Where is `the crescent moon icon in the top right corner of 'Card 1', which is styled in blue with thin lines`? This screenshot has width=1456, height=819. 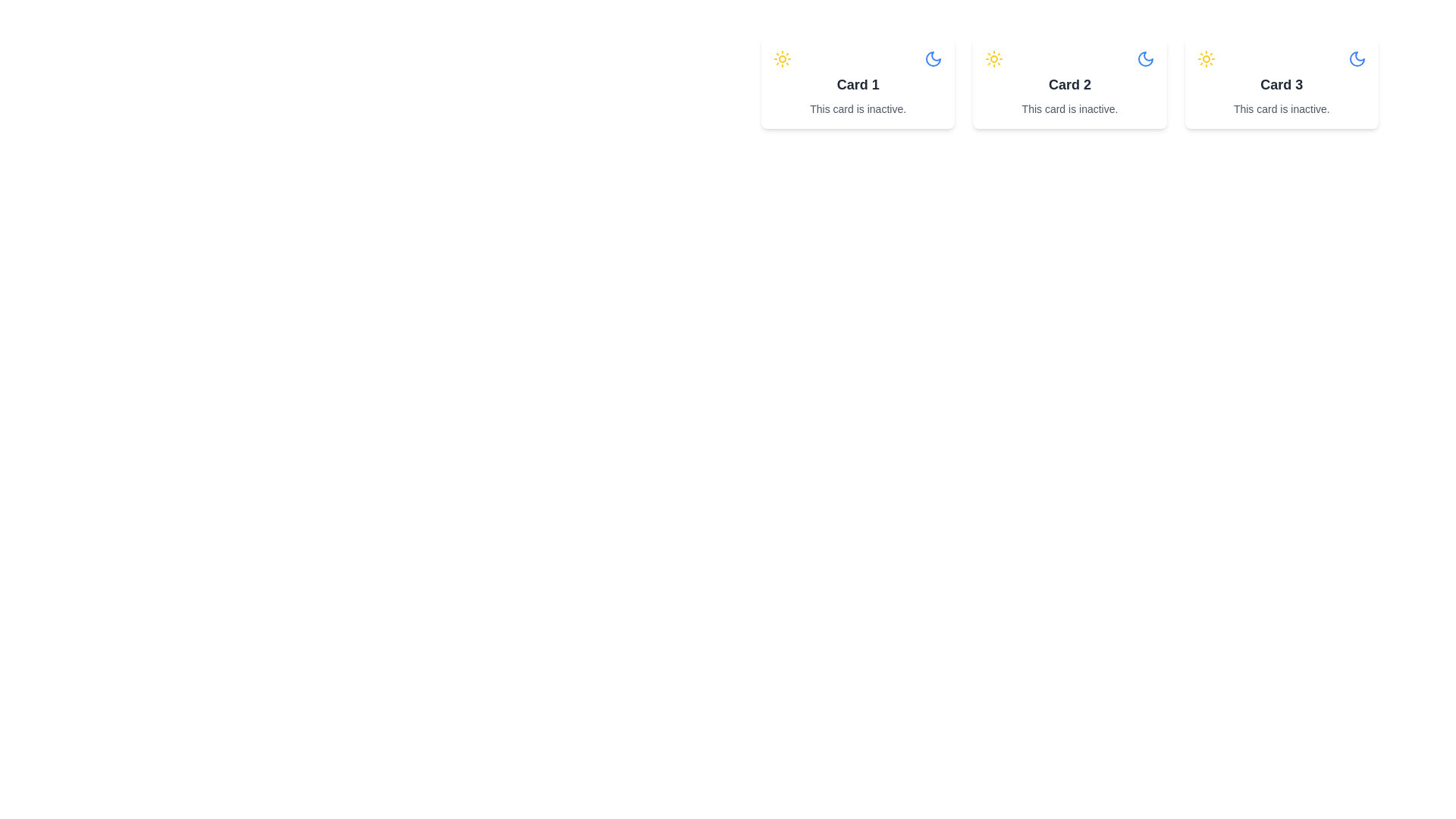 the crescent moon icon in the top right corner of 'Card 1', which is styled in blue with thin lines is located at coordinates (933, 58).